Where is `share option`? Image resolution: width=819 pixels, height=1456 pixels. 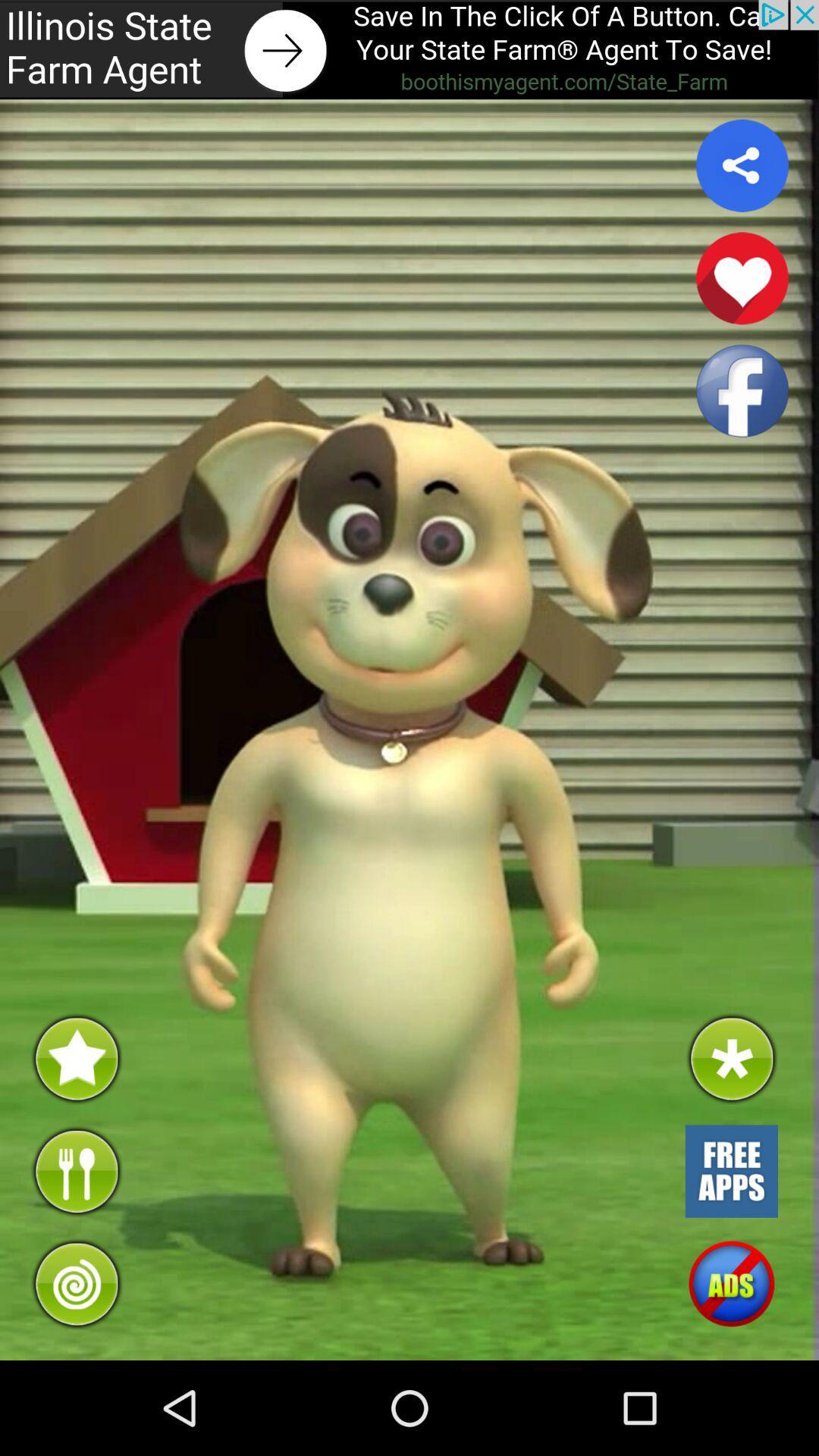 share option is located at coordinates (742, 165).